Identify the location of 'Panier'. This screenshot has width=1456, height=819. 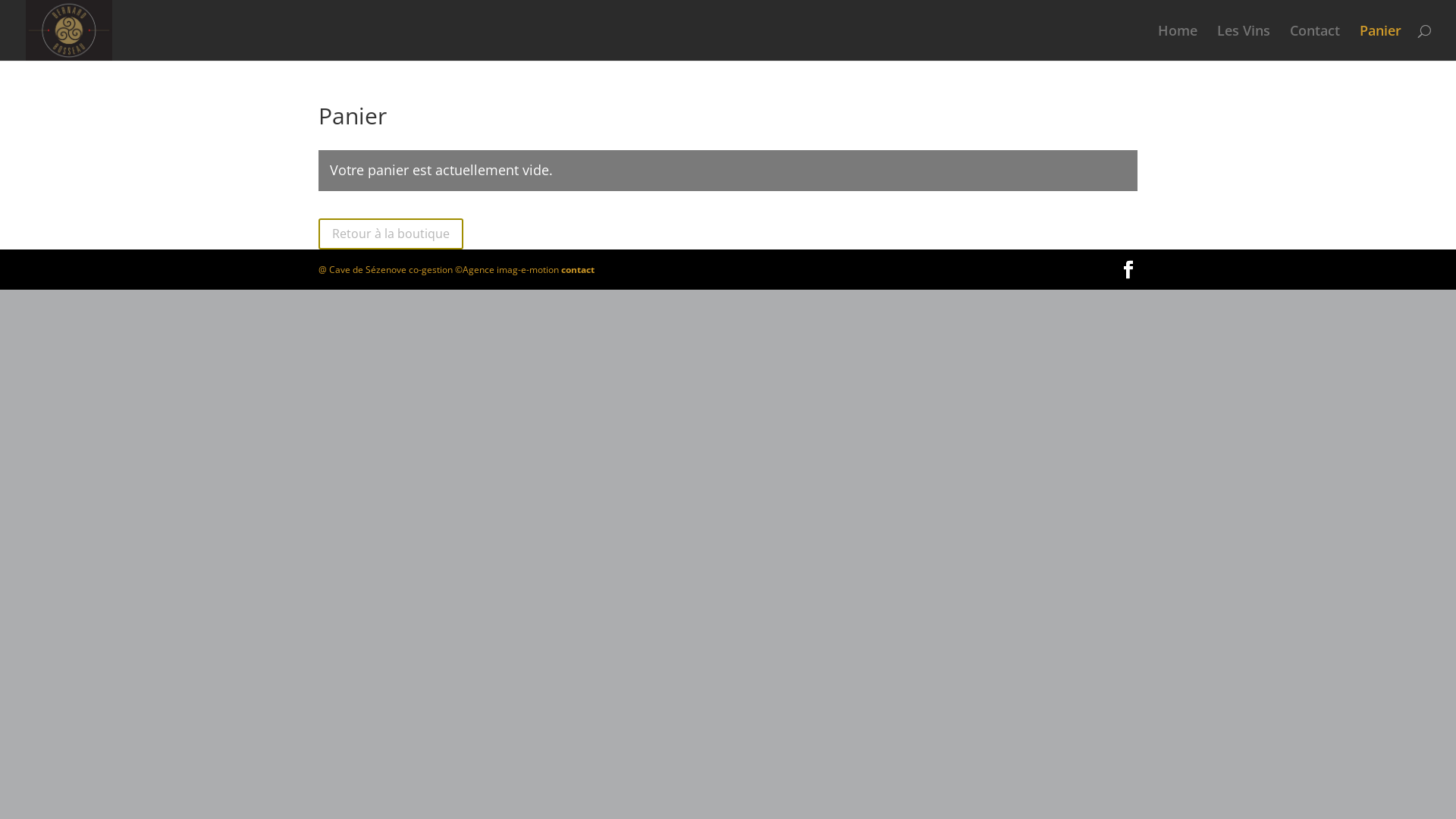
(1380, 42).